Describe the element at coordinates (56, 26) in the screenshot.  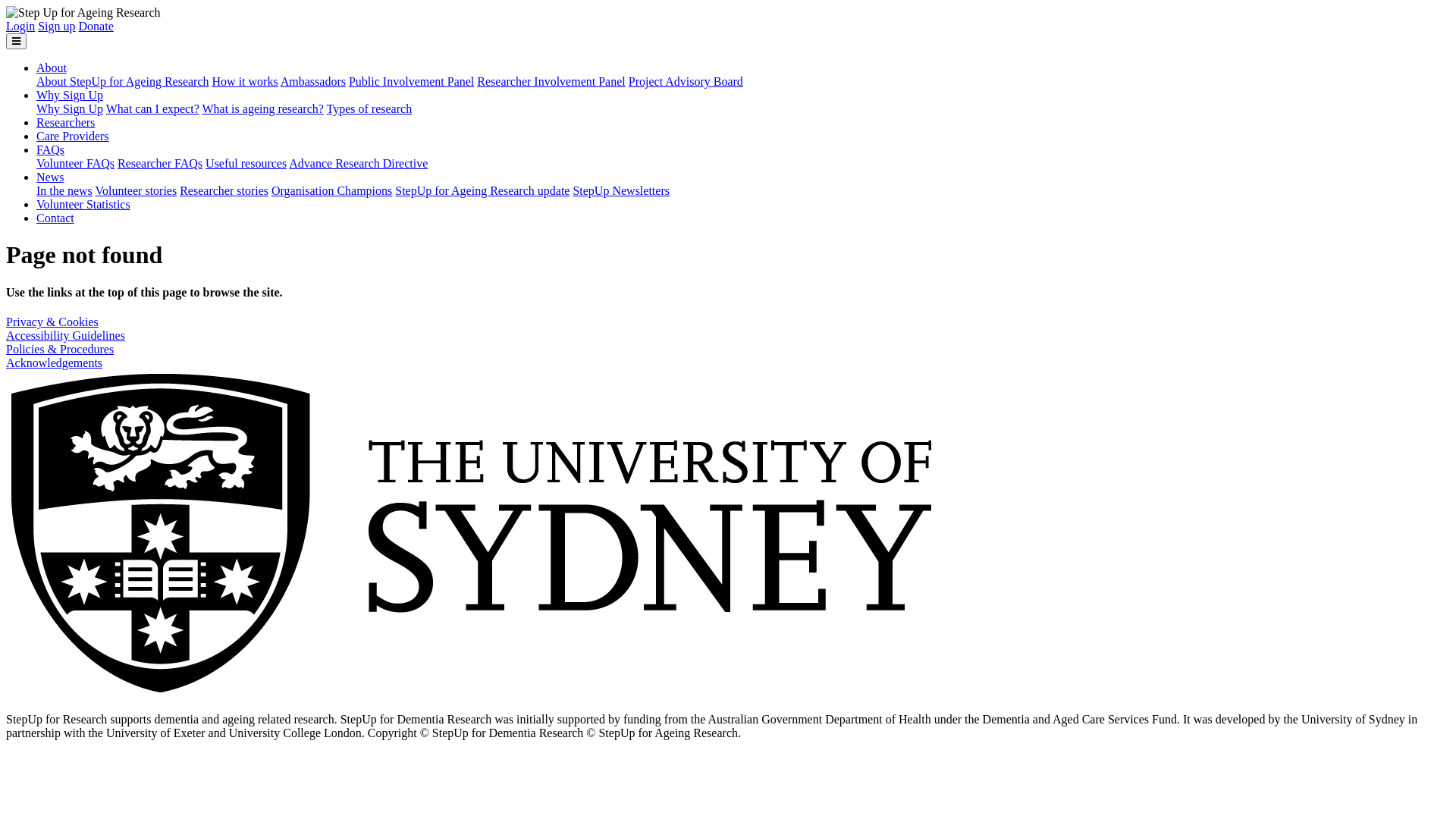
I see `'Sign up'` at that location.